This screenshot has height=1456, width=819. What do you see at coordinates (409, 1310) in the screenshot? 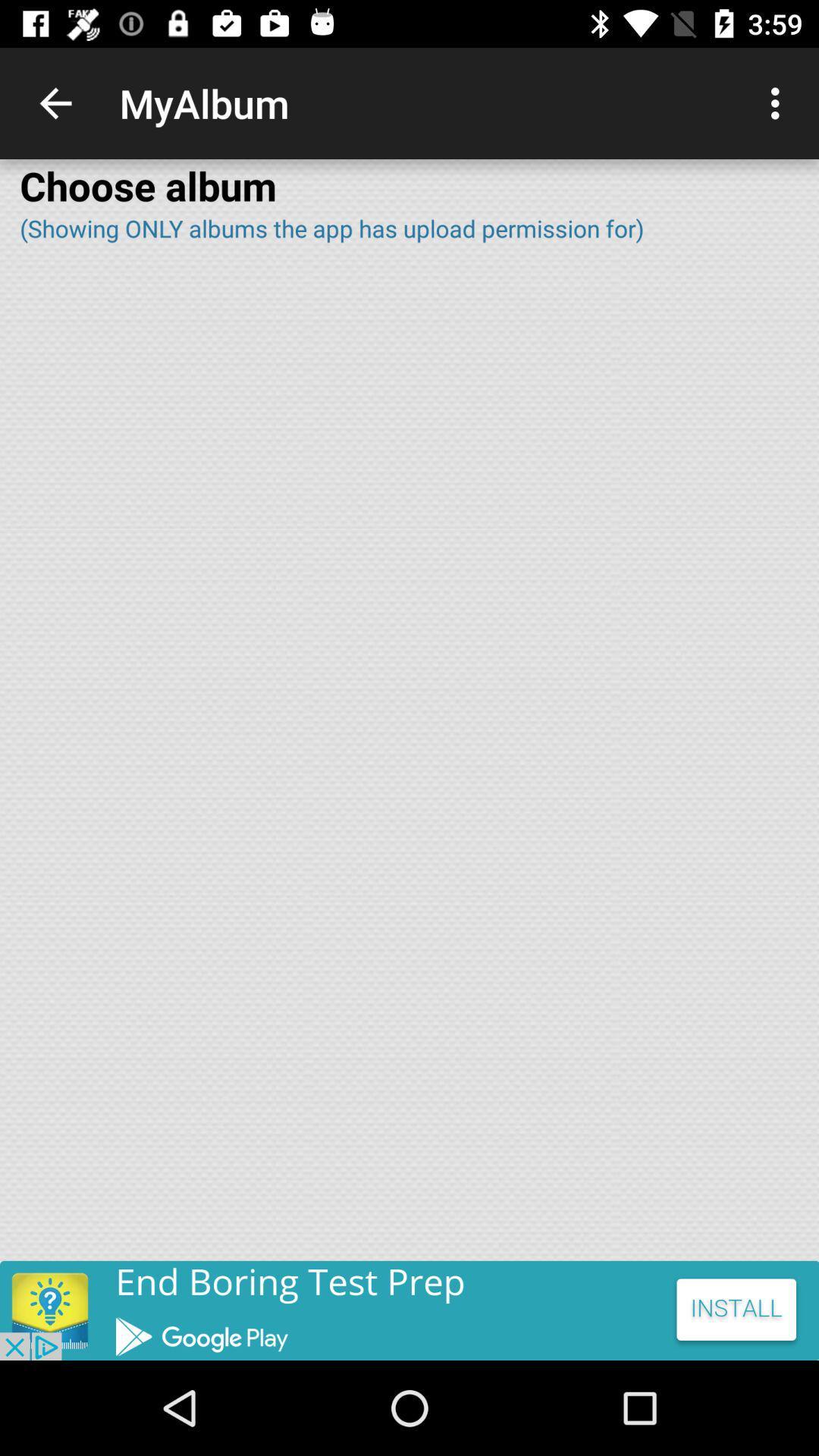
I see `clickable advertisement` at bounding box center [409, 1310].